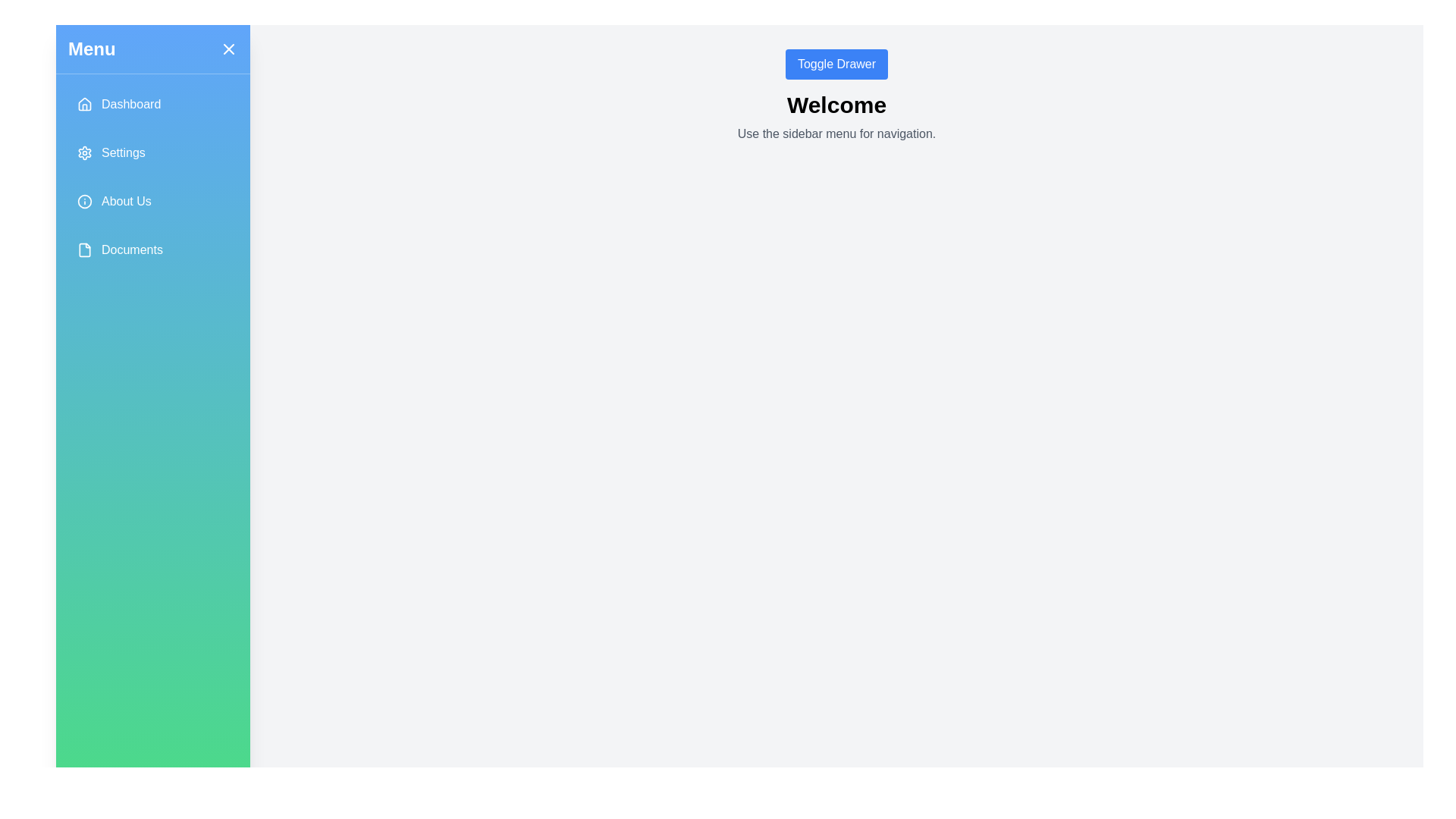  What do you see at coordinates (152, 201) in the screenshot?
I see `the menu item About Us from the drawer menu` at bounding box center [152, 201].